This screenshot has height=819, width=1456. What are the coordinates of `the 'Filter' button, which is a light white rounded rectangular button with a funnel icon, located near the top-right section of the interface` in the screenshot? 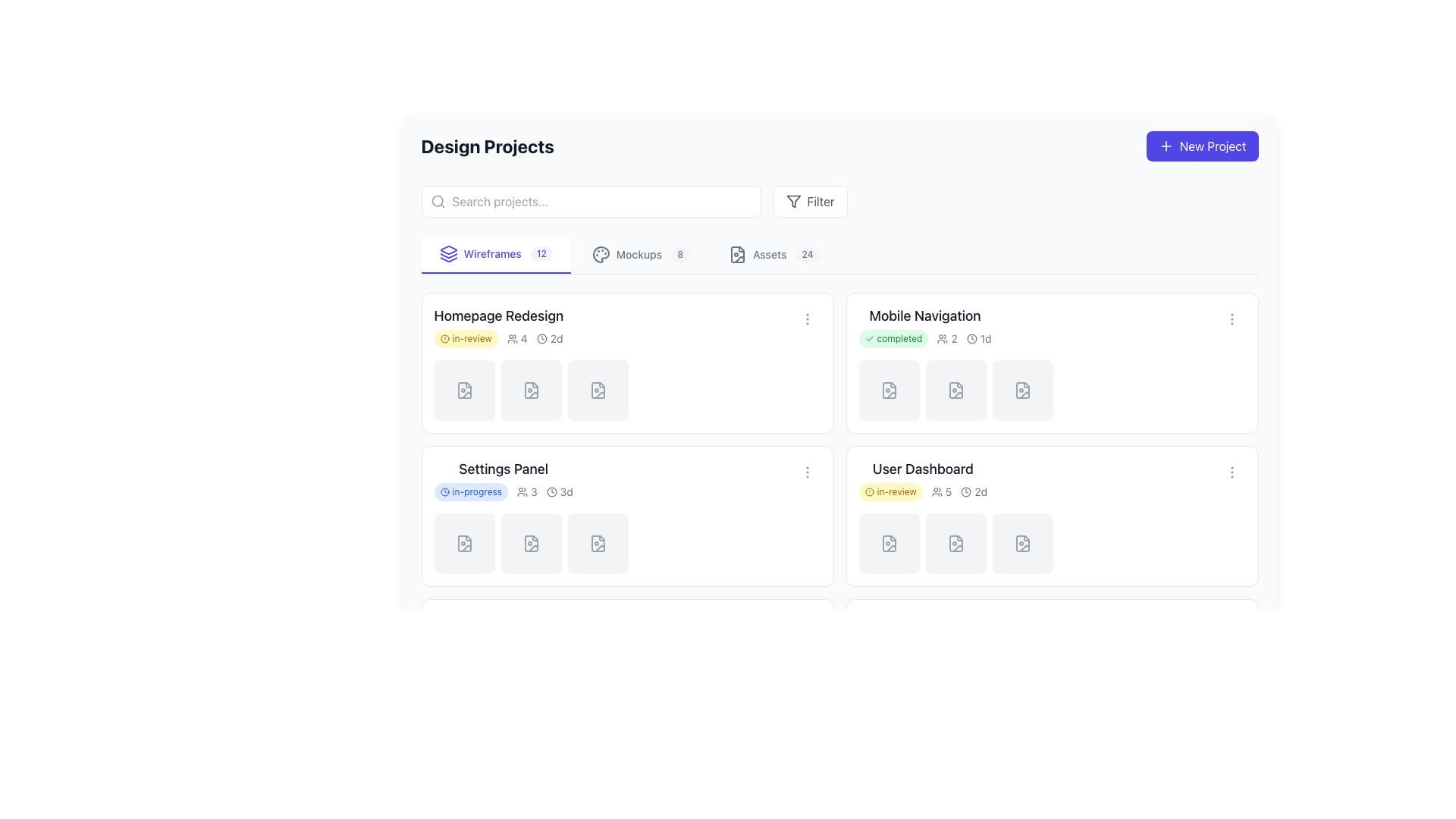 It's located at (809, 201).